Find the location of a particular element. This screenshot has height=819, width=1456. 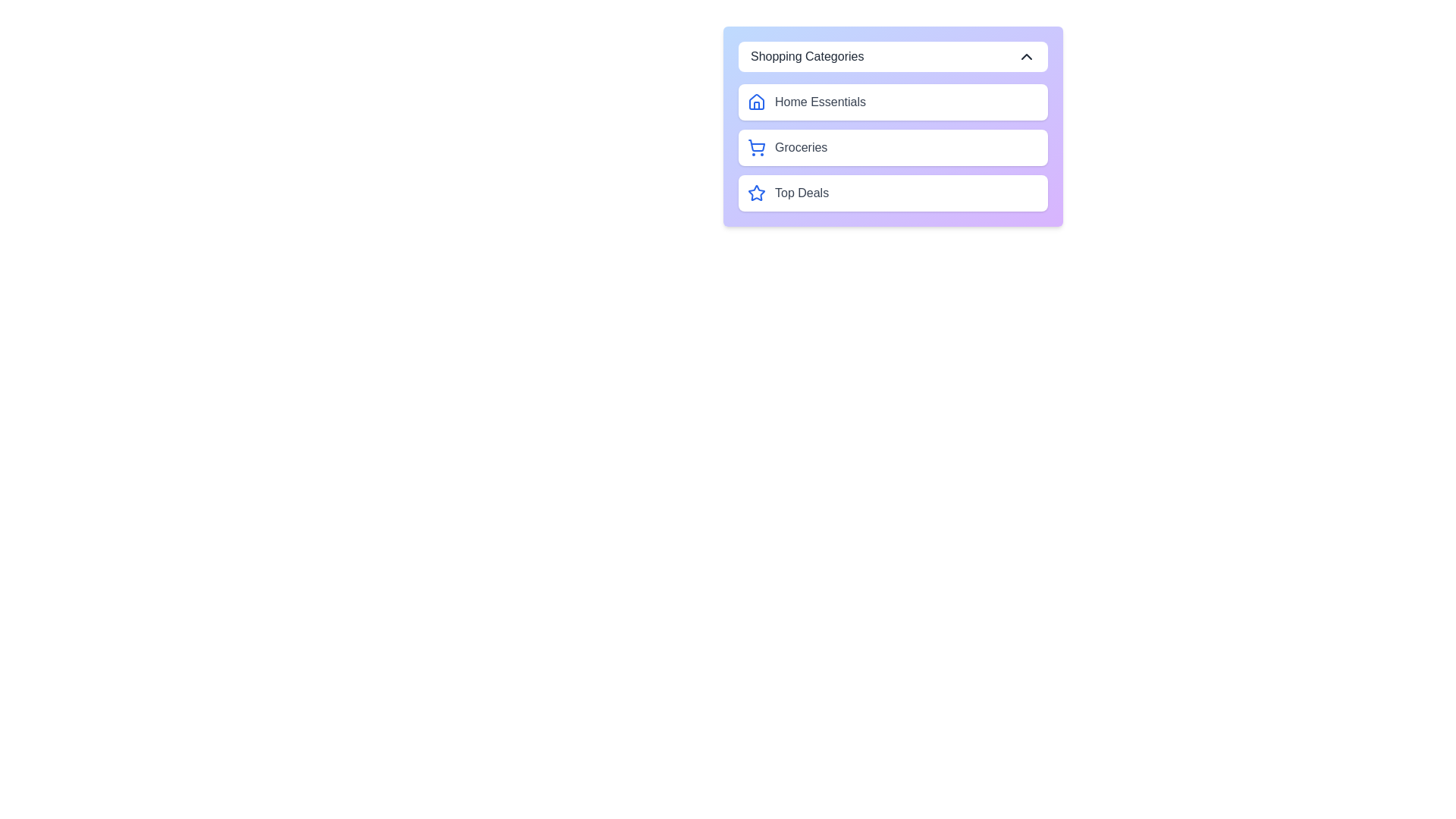

the category Groceries is located at coordinates (893, 148).